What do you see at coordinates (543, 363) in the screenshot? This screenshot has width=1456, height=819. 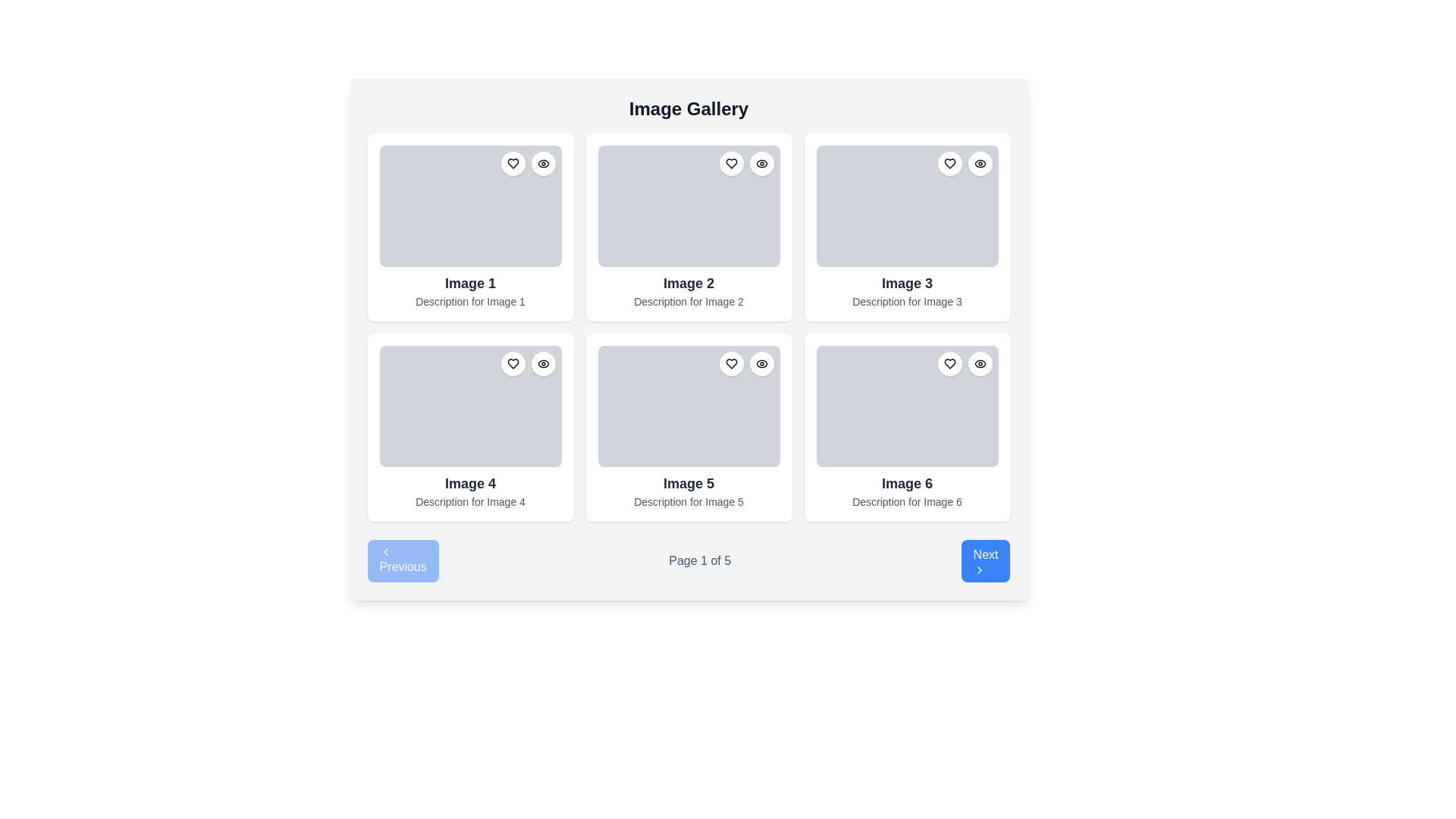 I see `the circular eye icon button located as the rightmost icon in the interactive header of the fourth image card` at bounding box center [543, 363].